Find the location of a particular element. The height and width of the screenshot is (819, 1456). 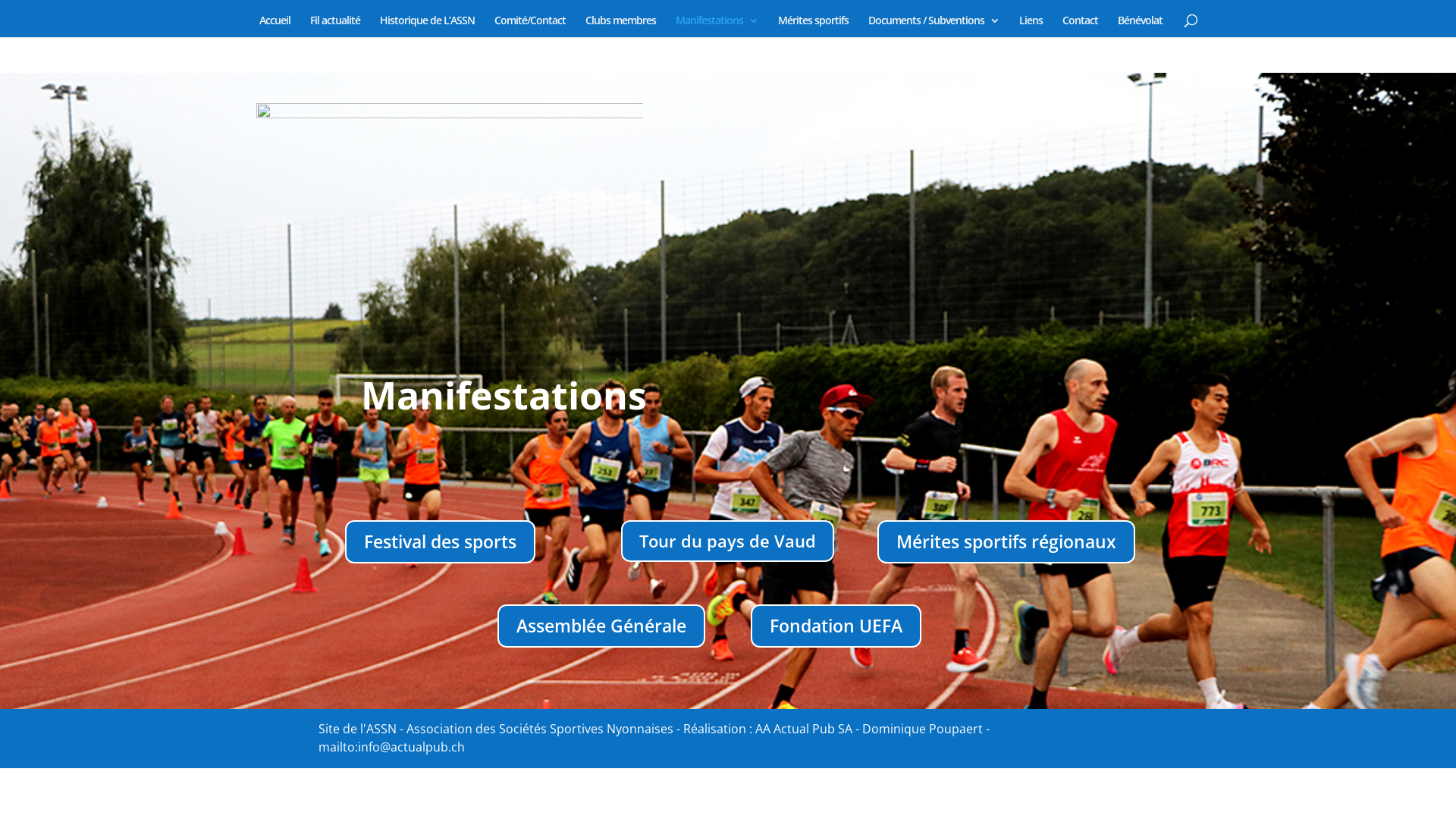

'Contact' is located at coordinates (1078, 26).